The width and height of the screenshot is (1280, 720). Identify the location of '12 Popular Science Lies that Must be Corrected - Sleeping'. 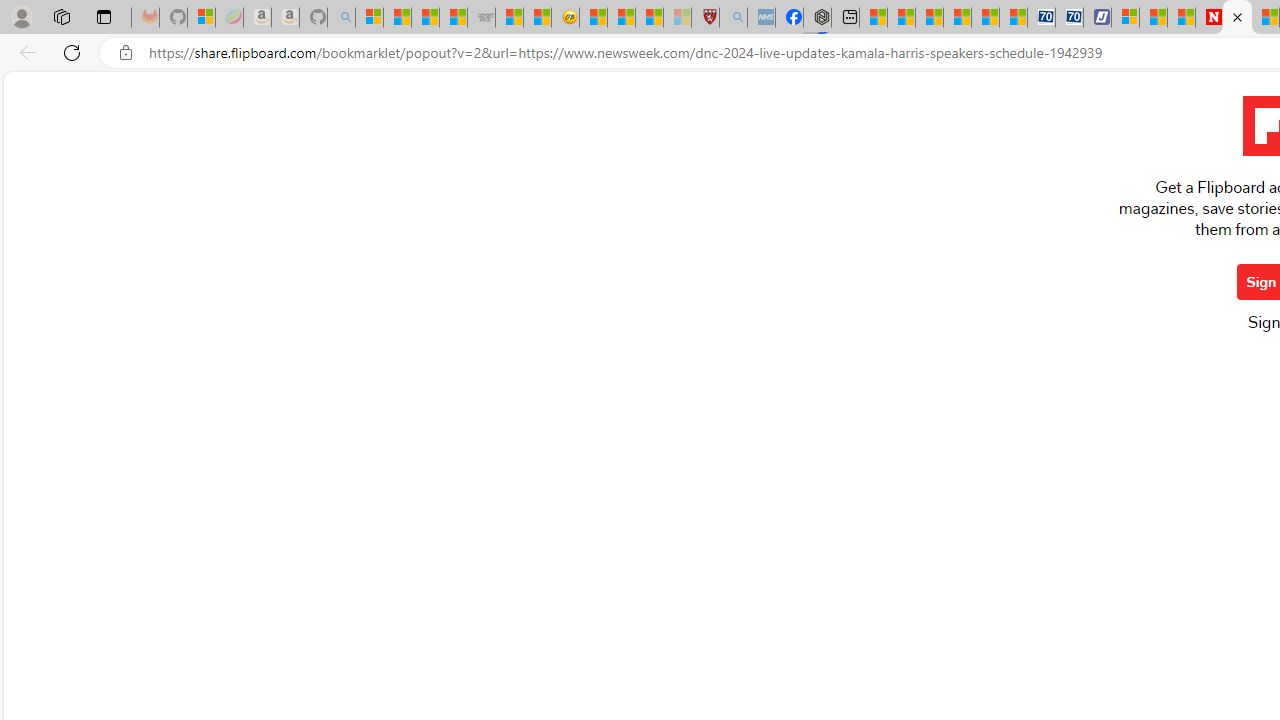
(677, 17).